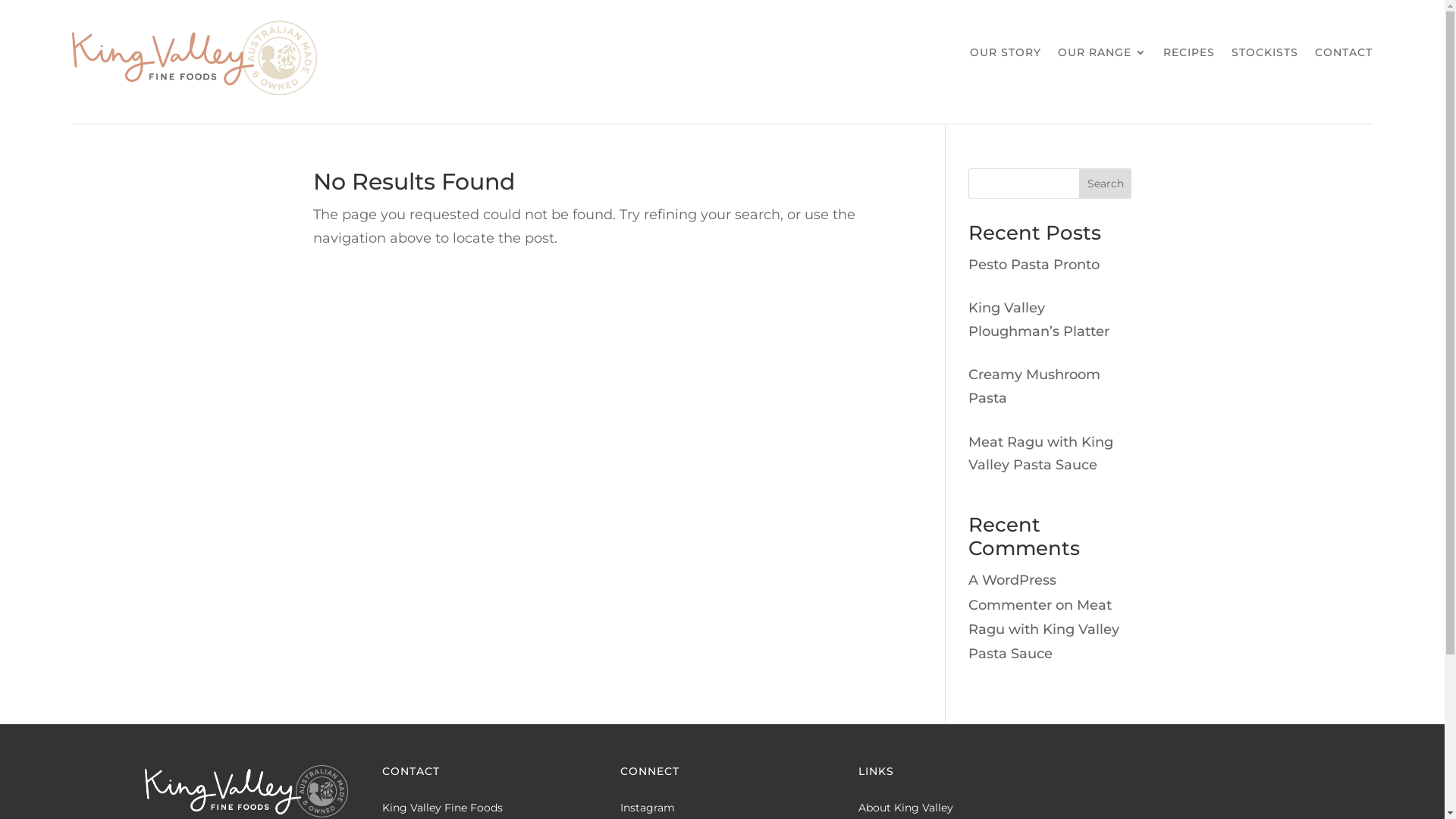 The width and height of the screenshot is (1456, 819). I want to click on 'Search', so click(1106, 183).